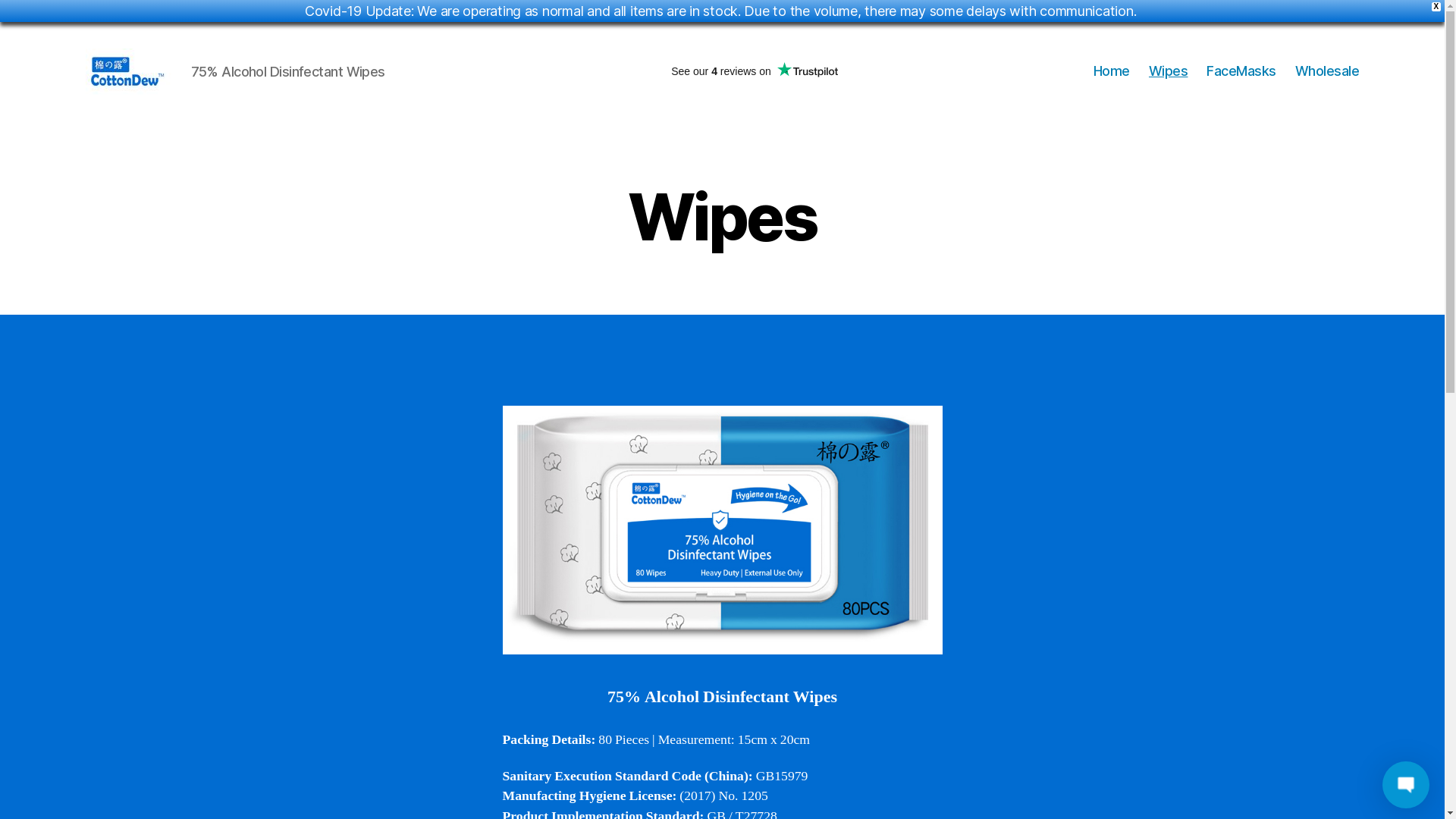 Image resolution: width=1456 pixels, height=819 pixels. What do you see at coordinates (754, 71) in the screenshot?
I see `'Customer reviews powered by Trustpilot'` at bounding box center [754, 71].